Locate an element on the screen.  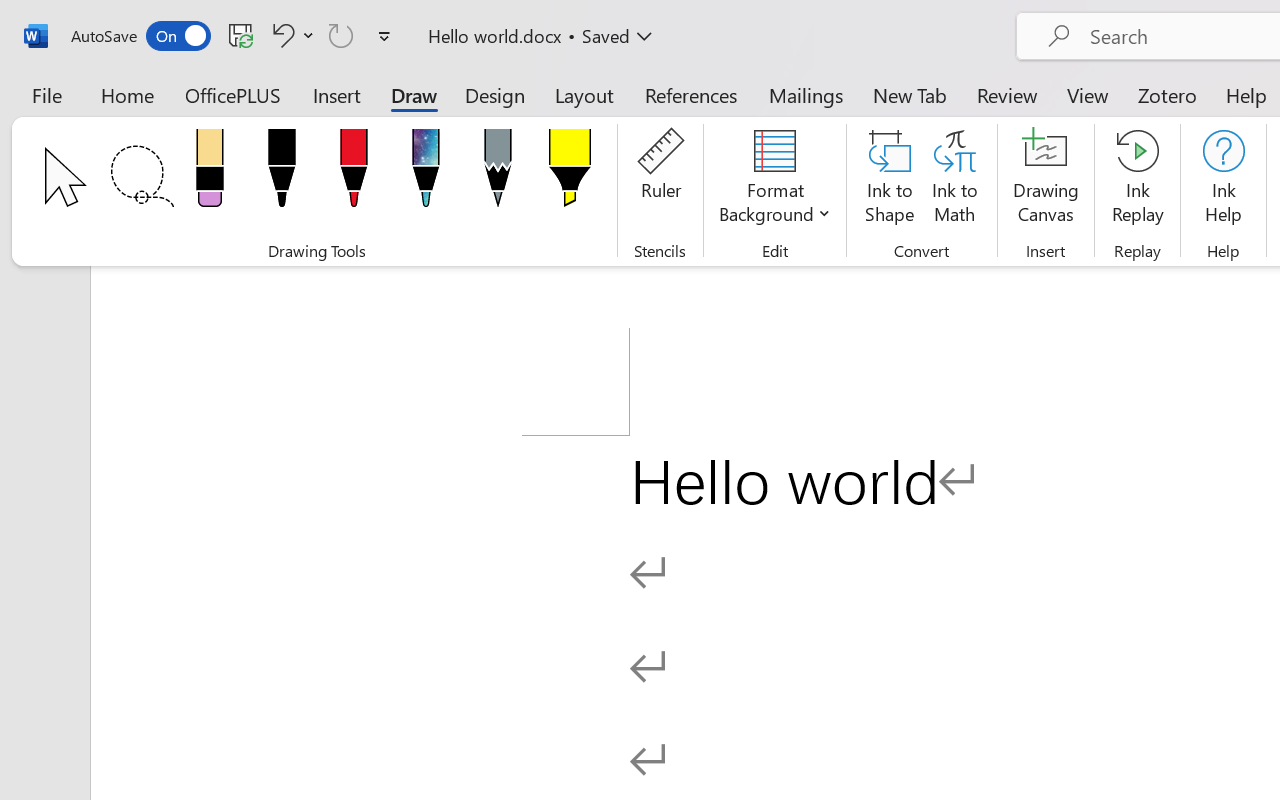
'Design' is located at coordinates (495, 94).